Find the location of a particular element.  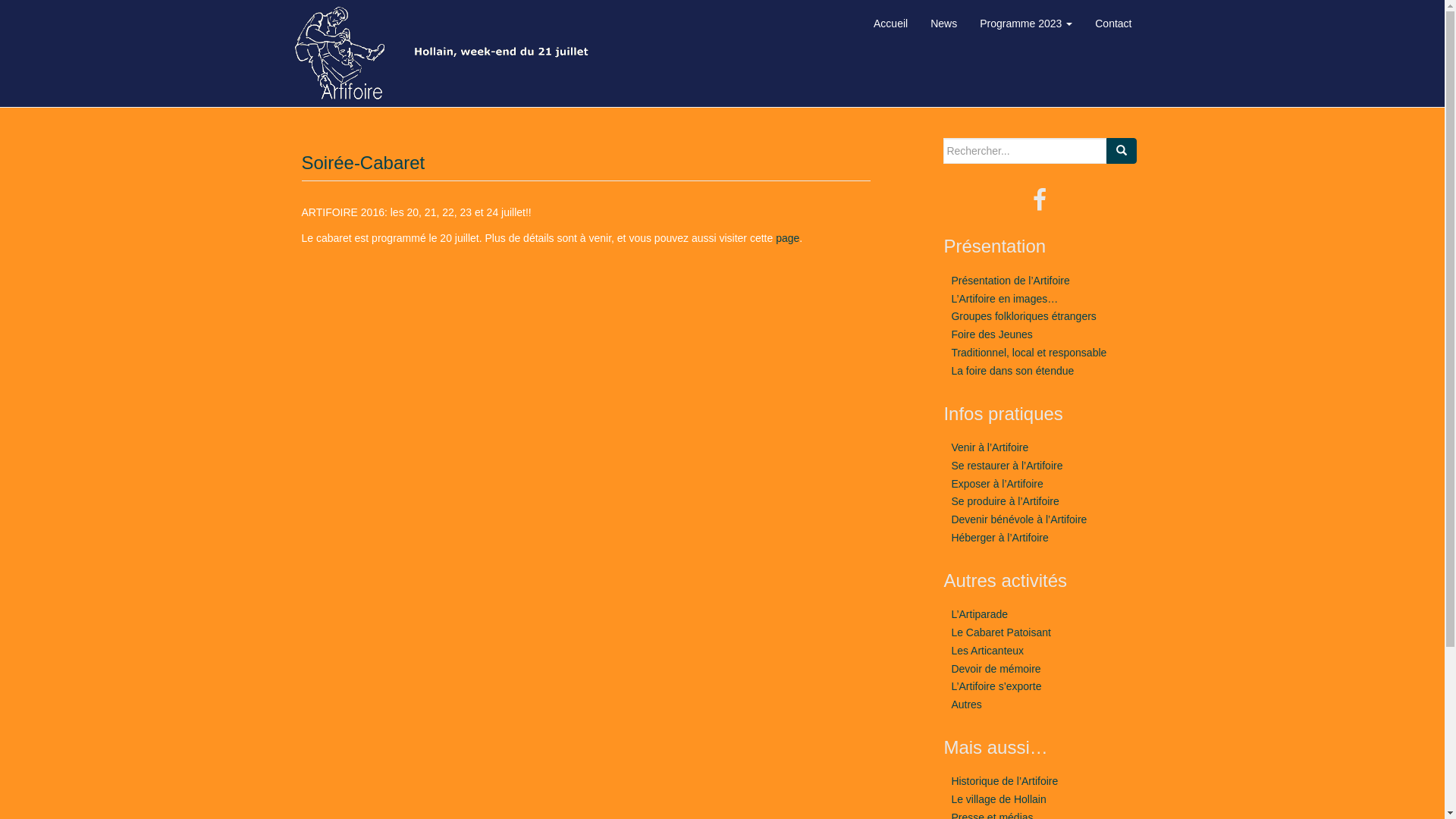

'Le village de Hollain' is located at coordinates (998, 798).